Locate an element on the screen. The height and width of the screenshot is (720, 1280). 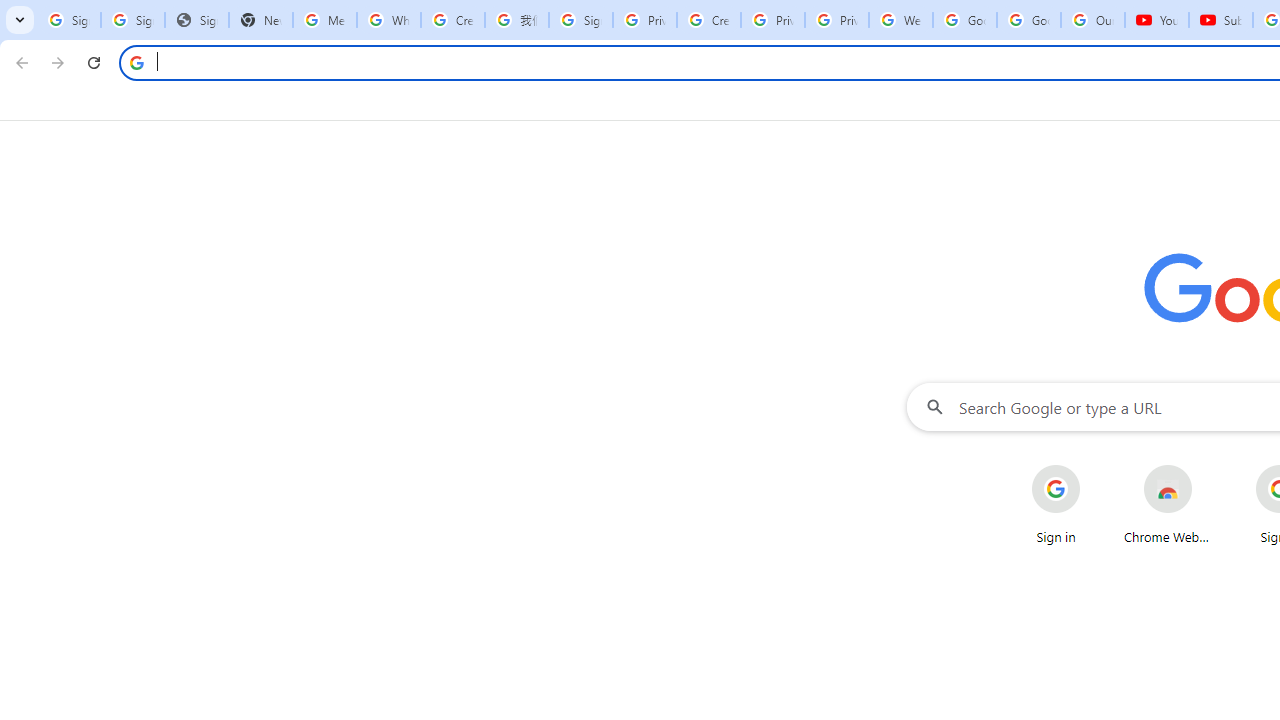
'New Tab' is located at coordinates (260, 20).